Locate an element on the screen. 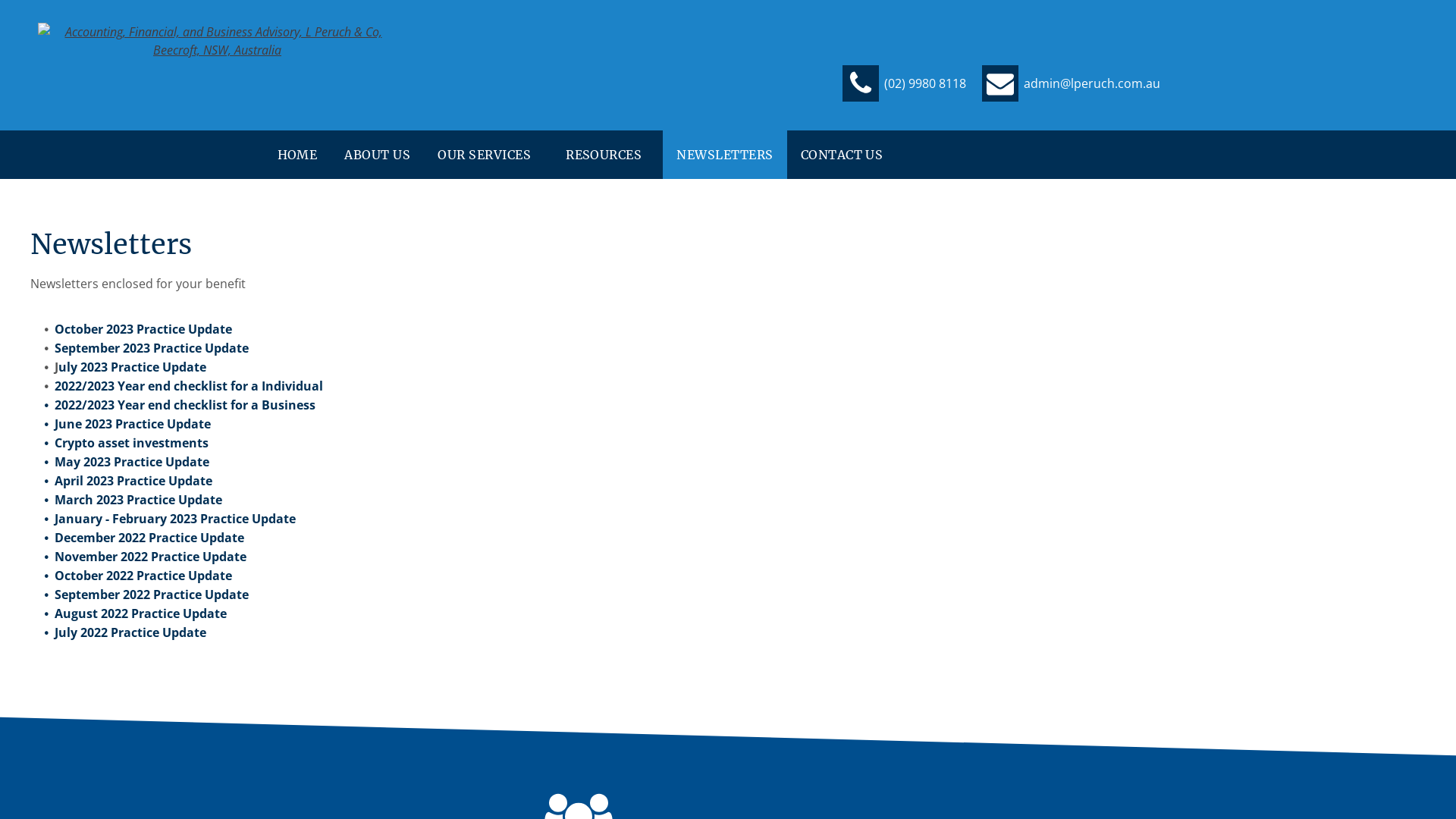 The width and height of the screenshot is (1456, 819). 'January - February 2023 Practice Update' is located at coordinates (174, 517).